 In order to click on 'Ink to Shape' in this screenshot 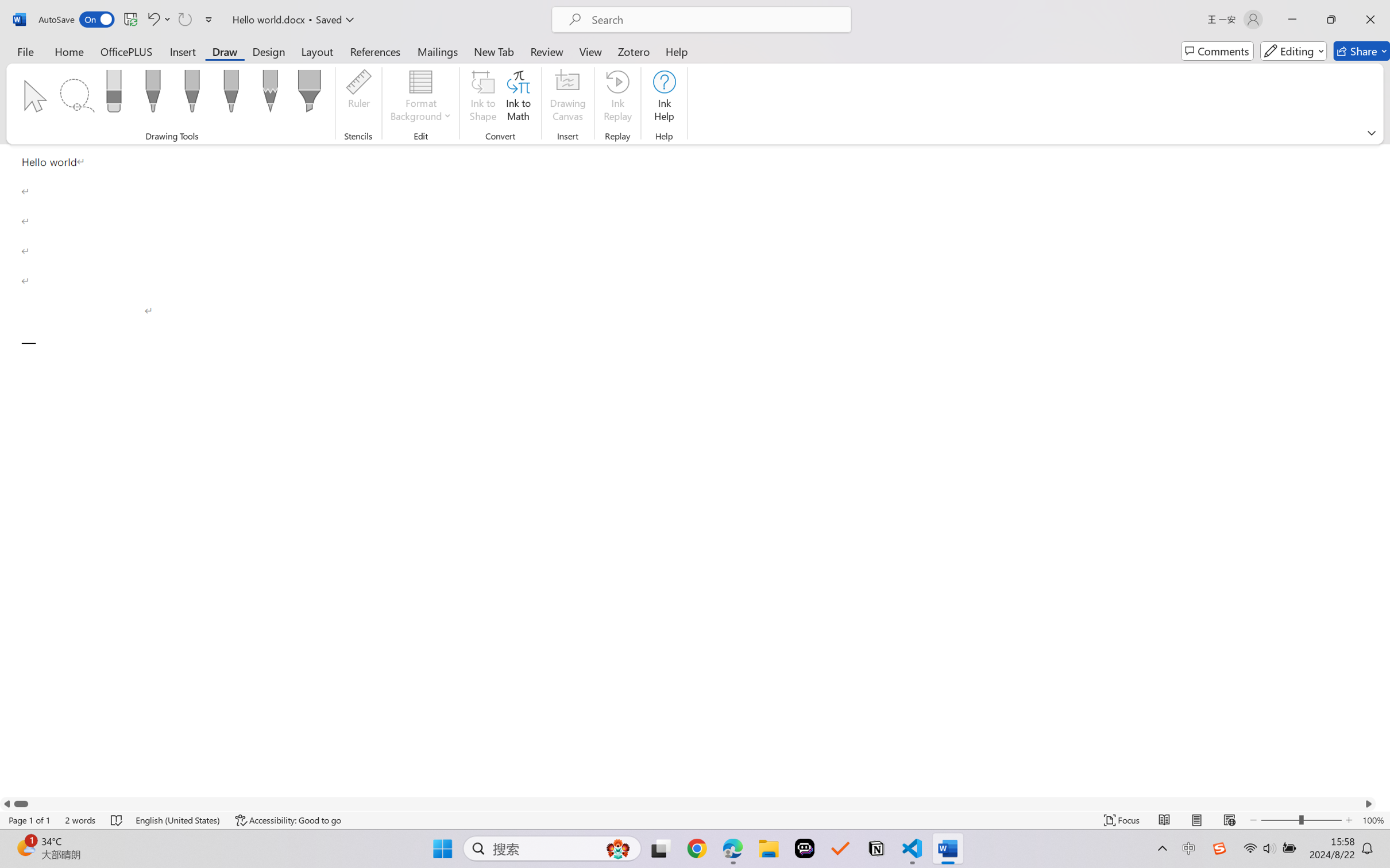, I will do `click(482, 98)`.